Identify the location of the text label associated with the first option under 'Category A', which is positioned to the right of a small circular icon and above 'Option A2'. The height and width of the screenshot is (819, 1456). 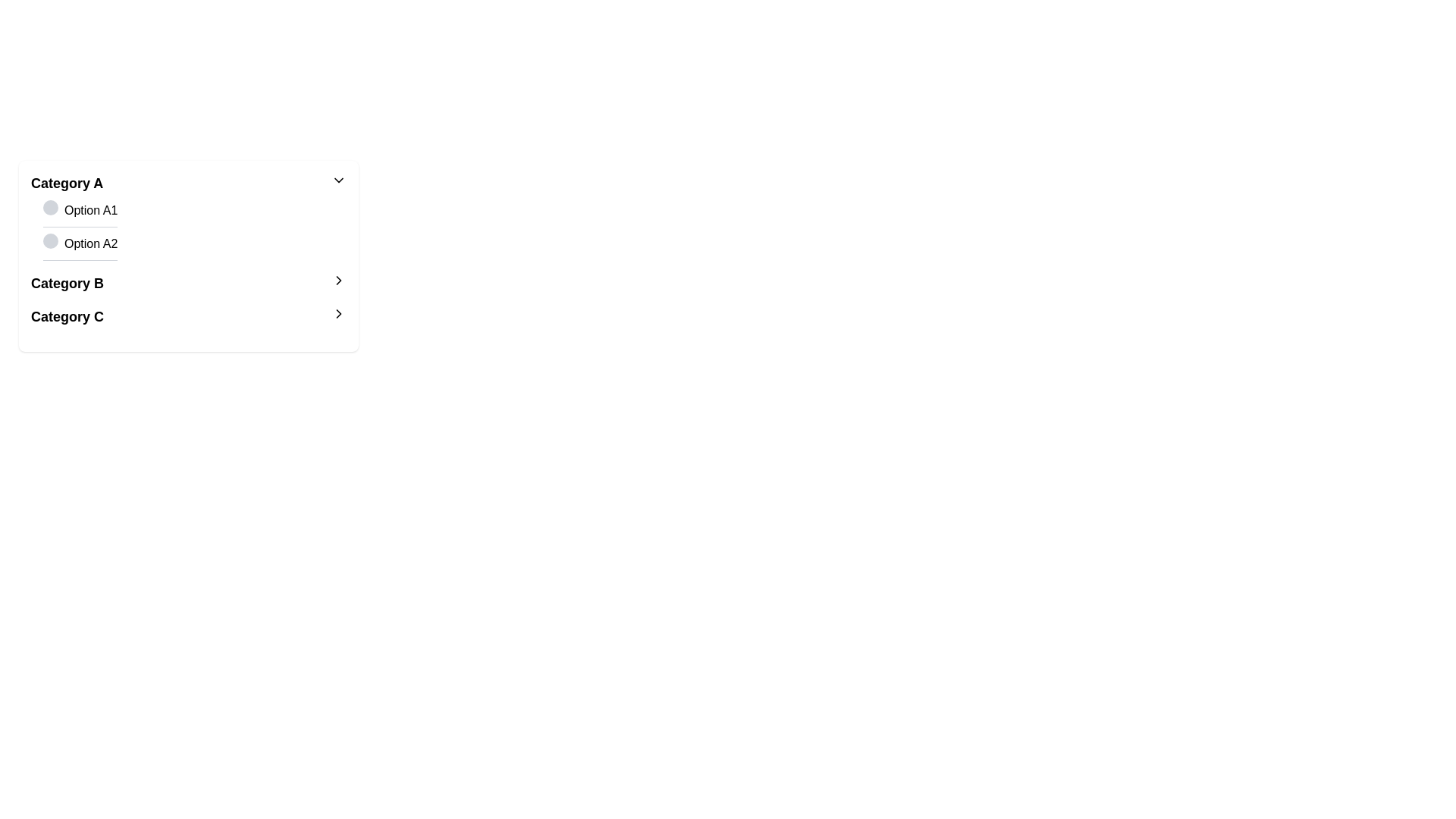
(90, 210).